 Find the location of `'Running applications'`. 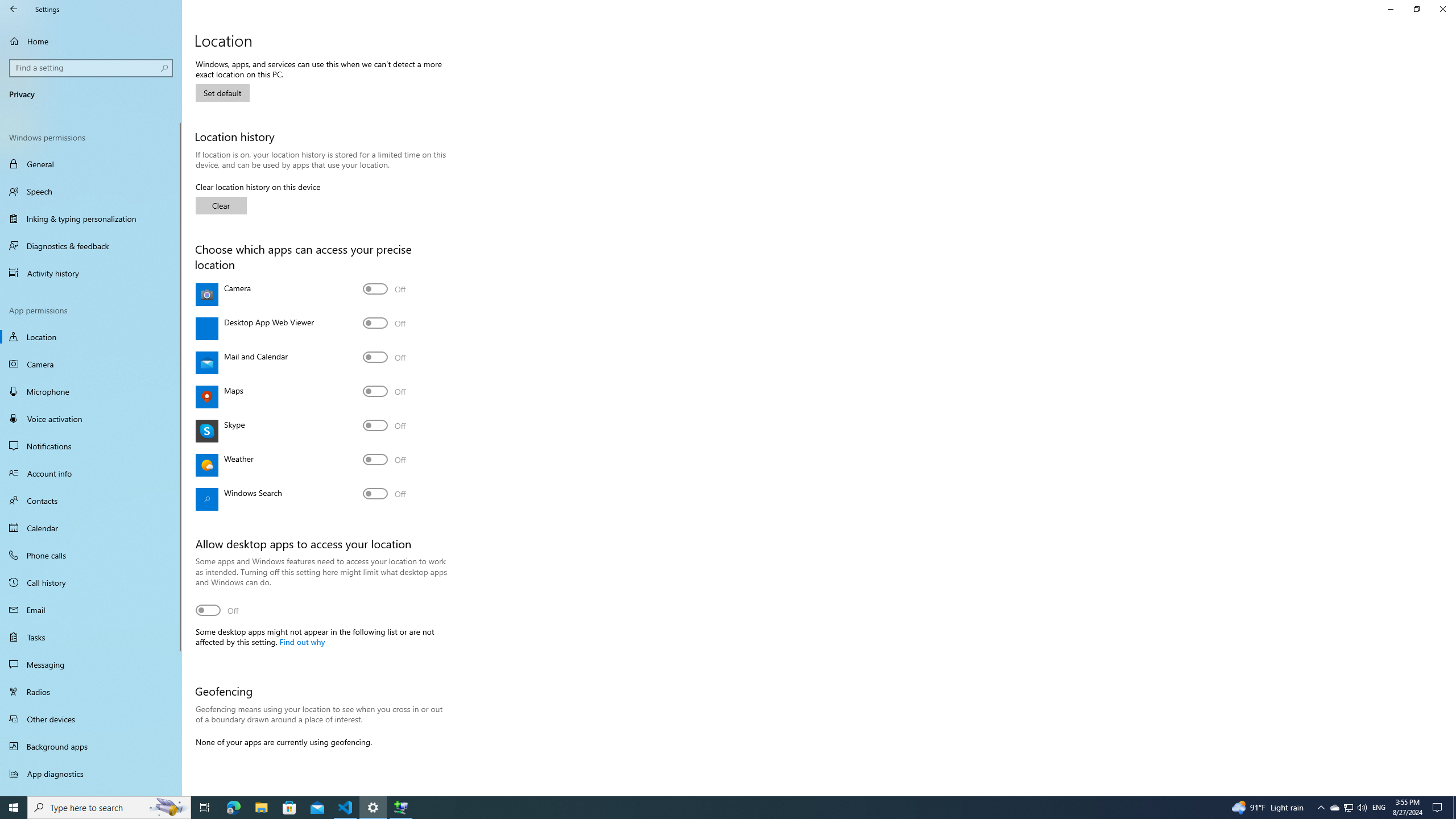

'Running applications' is located at coordinates (706, 806).